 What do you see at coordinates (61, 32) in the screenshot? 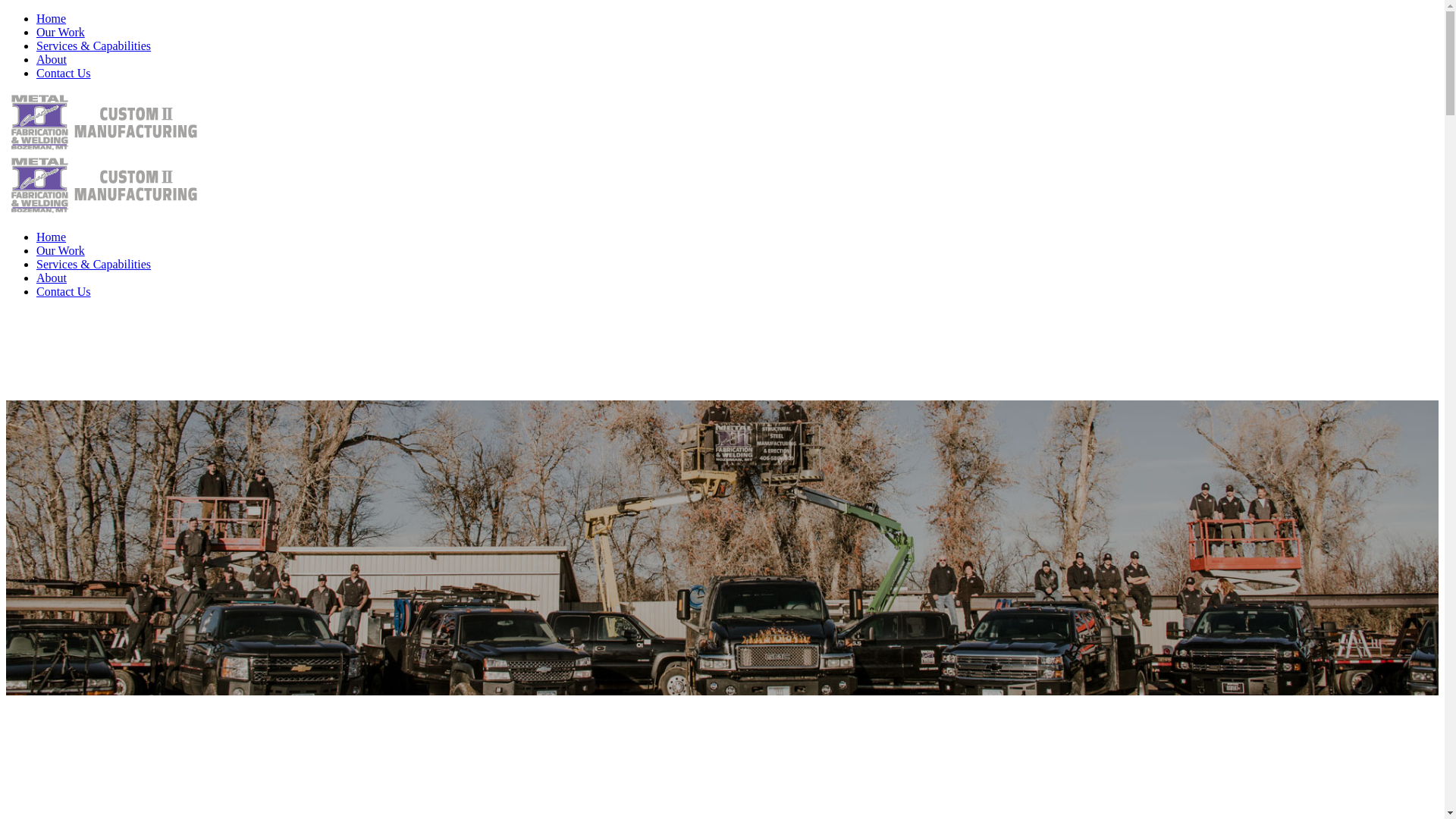
I see `'Our Work'` at bounding box center [61, 32].